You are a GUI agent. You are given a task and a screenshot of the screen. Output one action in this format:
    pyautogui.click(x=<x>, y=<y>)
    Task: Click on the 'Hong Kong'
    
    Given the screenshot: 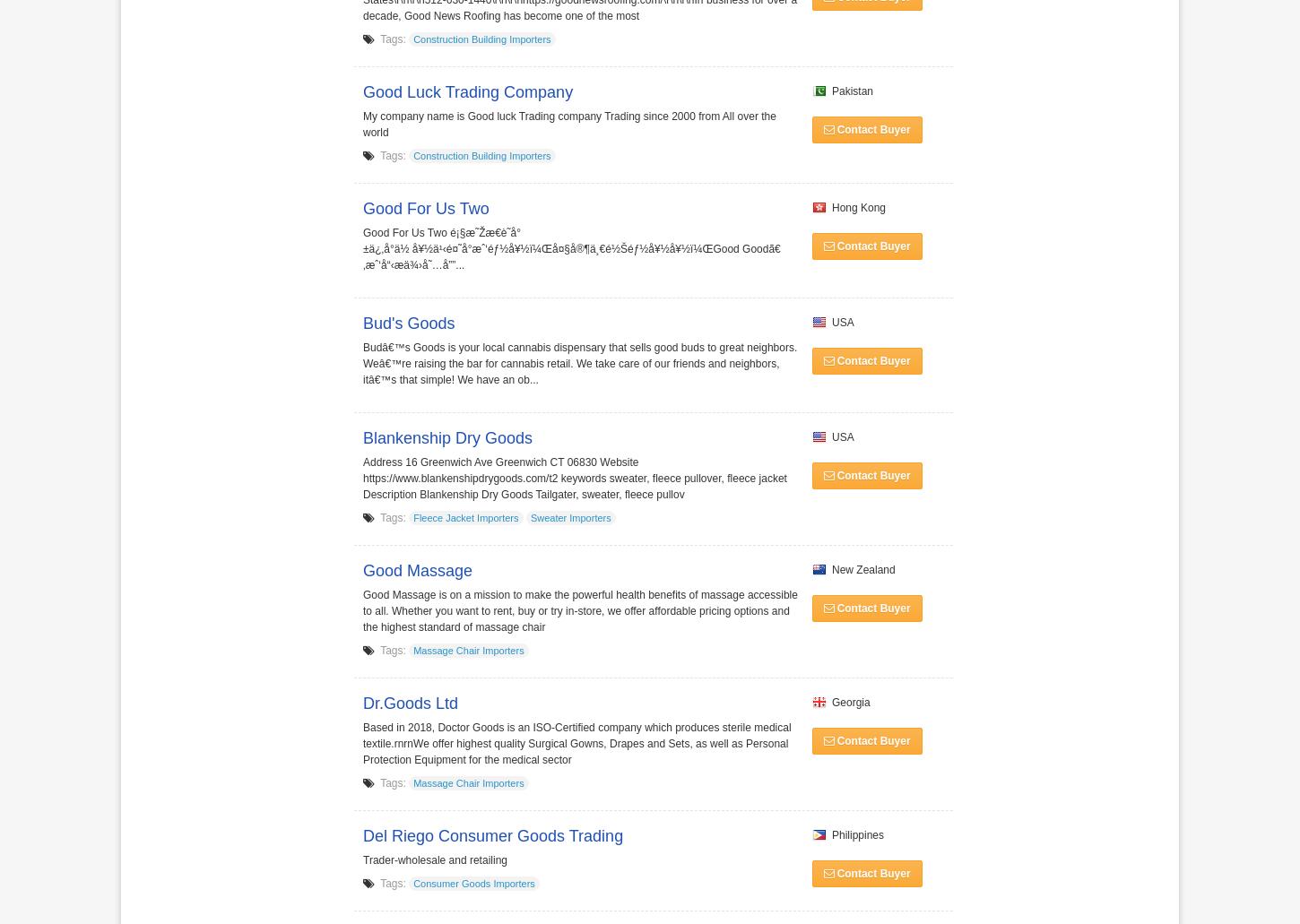 What is the action you would take?
    pyautogui.click(x=855, y=207)
    